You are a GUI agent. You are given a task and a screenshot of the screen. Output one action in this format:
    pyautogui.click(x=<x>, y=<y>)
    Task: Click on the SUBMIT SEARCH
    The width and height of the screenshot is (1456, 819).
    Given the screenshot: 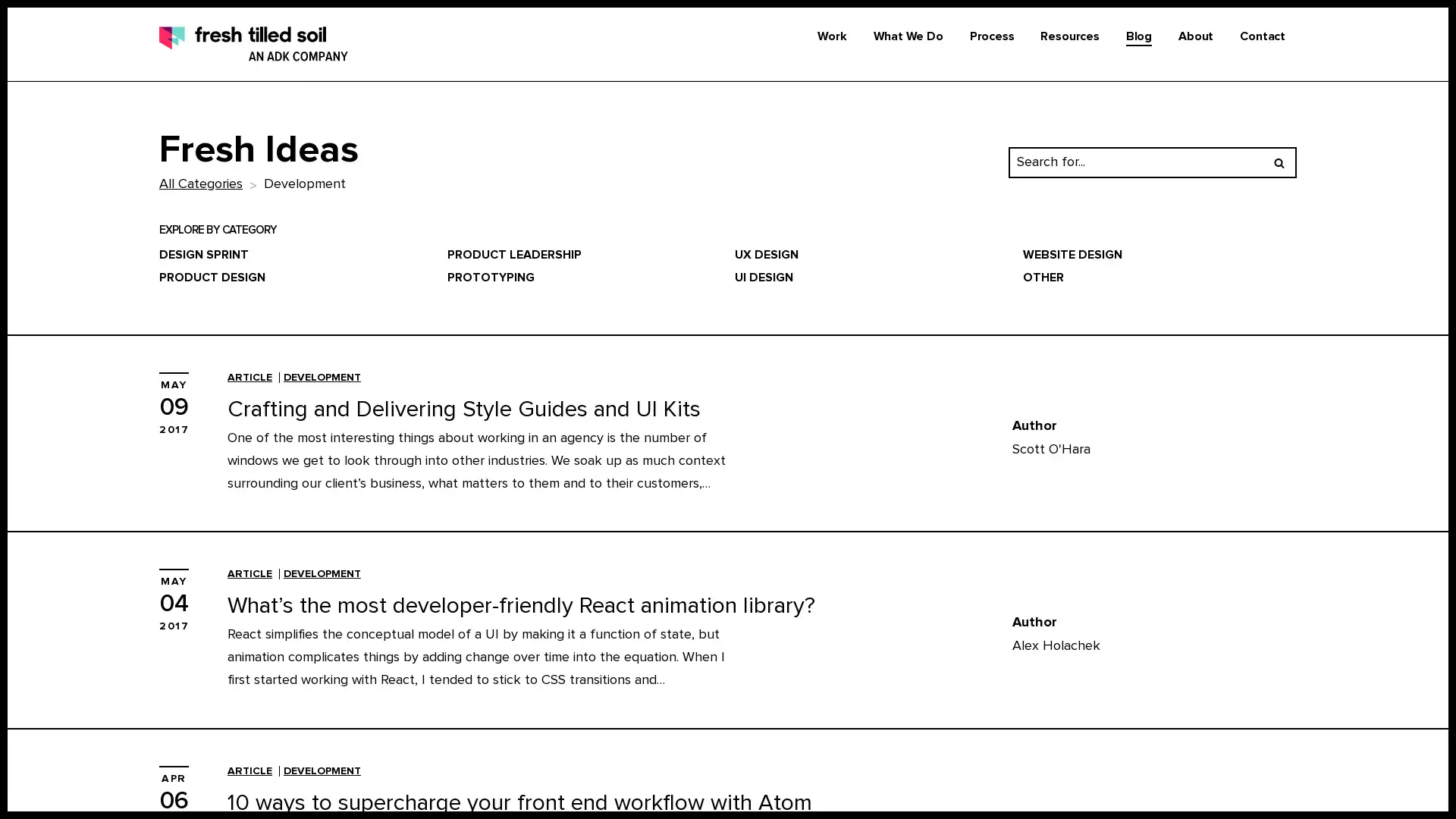 What is the action you would take?
    pyautogui.click(x=1278, y=161)
    